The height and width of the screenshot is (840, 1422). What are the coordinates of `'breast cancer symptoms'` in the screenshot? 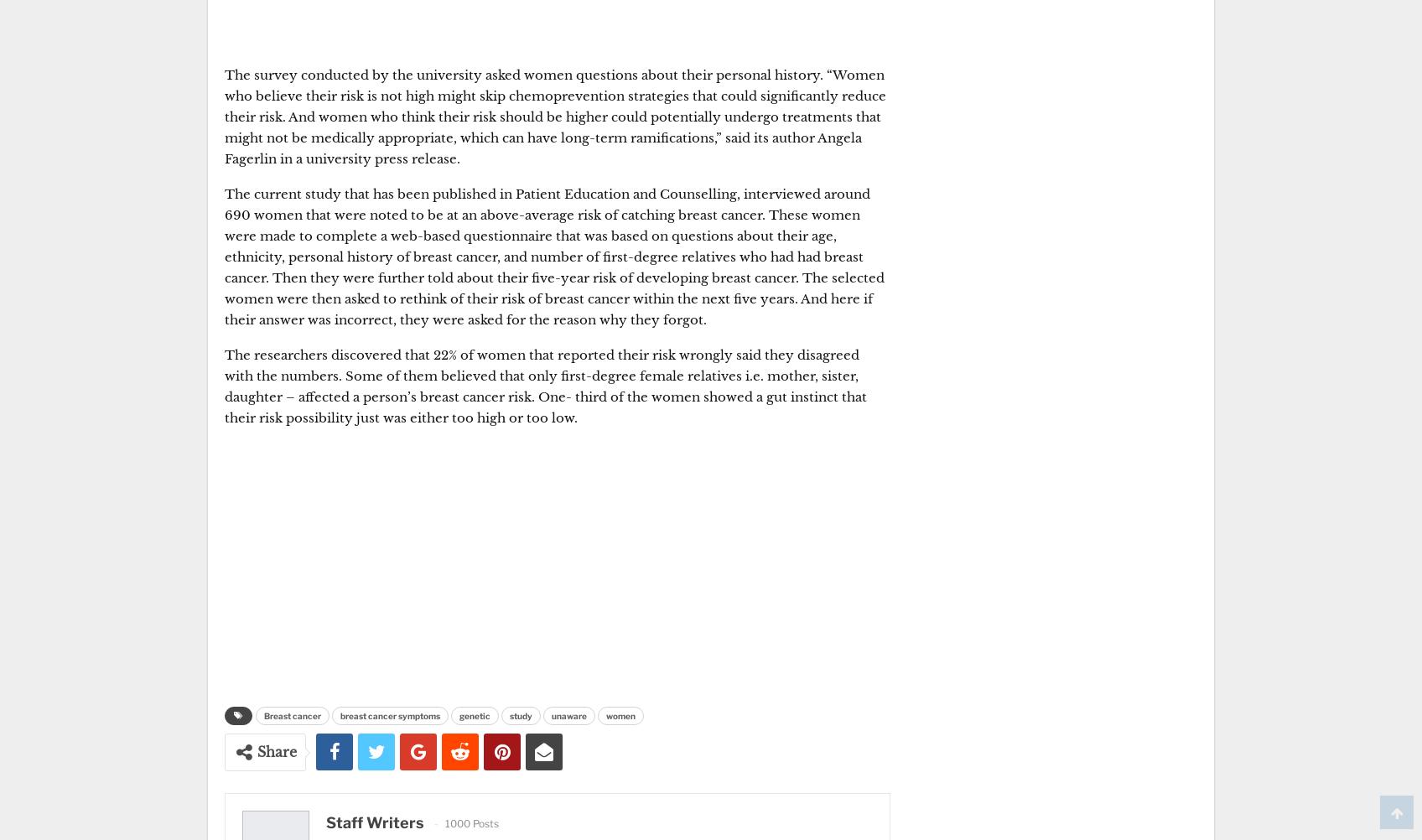 It's located at (390, 716).